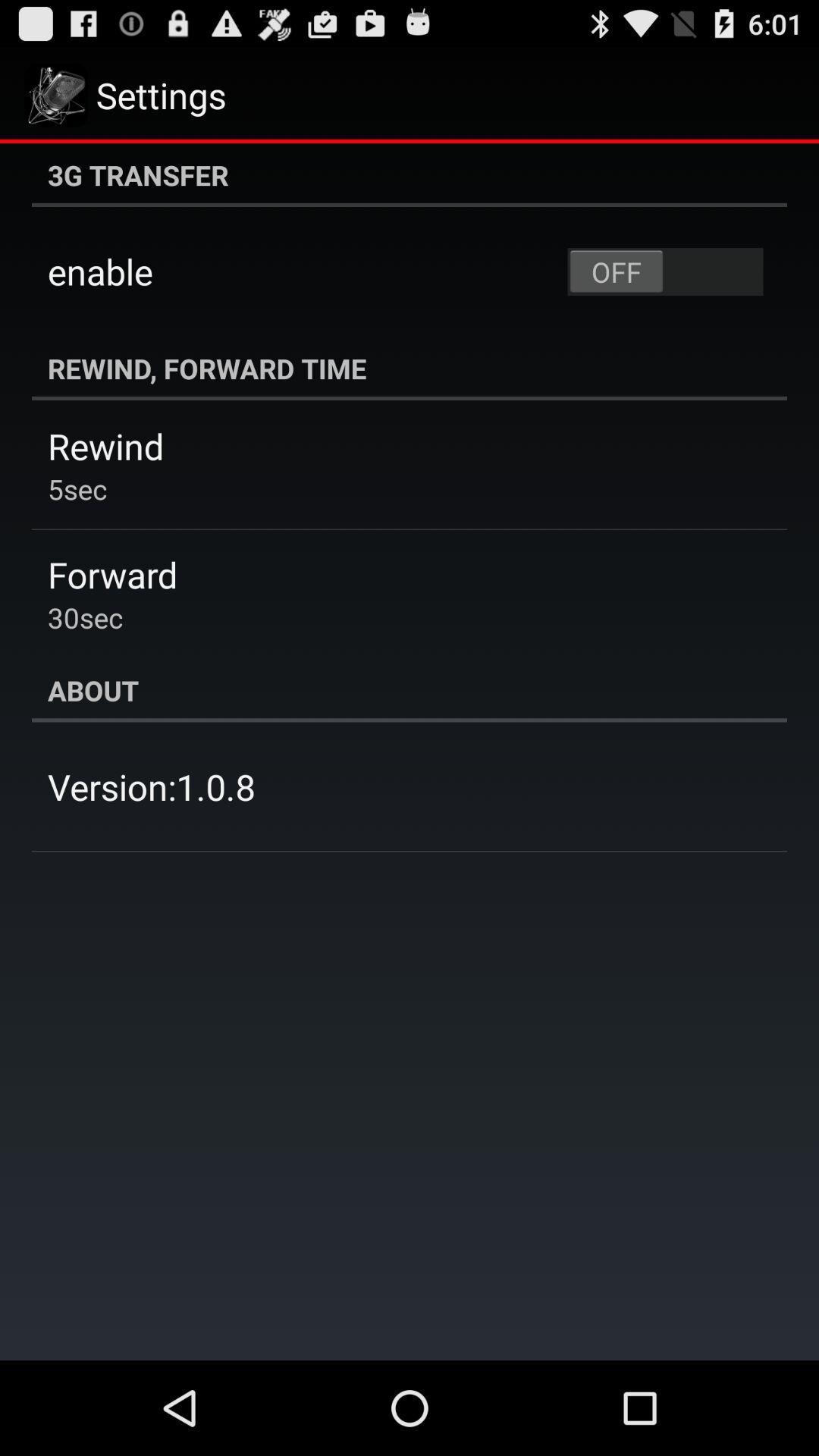 Image resolution: width=819 pixels, height=1456 pixels. I want to click on about app, so click(409, 689).